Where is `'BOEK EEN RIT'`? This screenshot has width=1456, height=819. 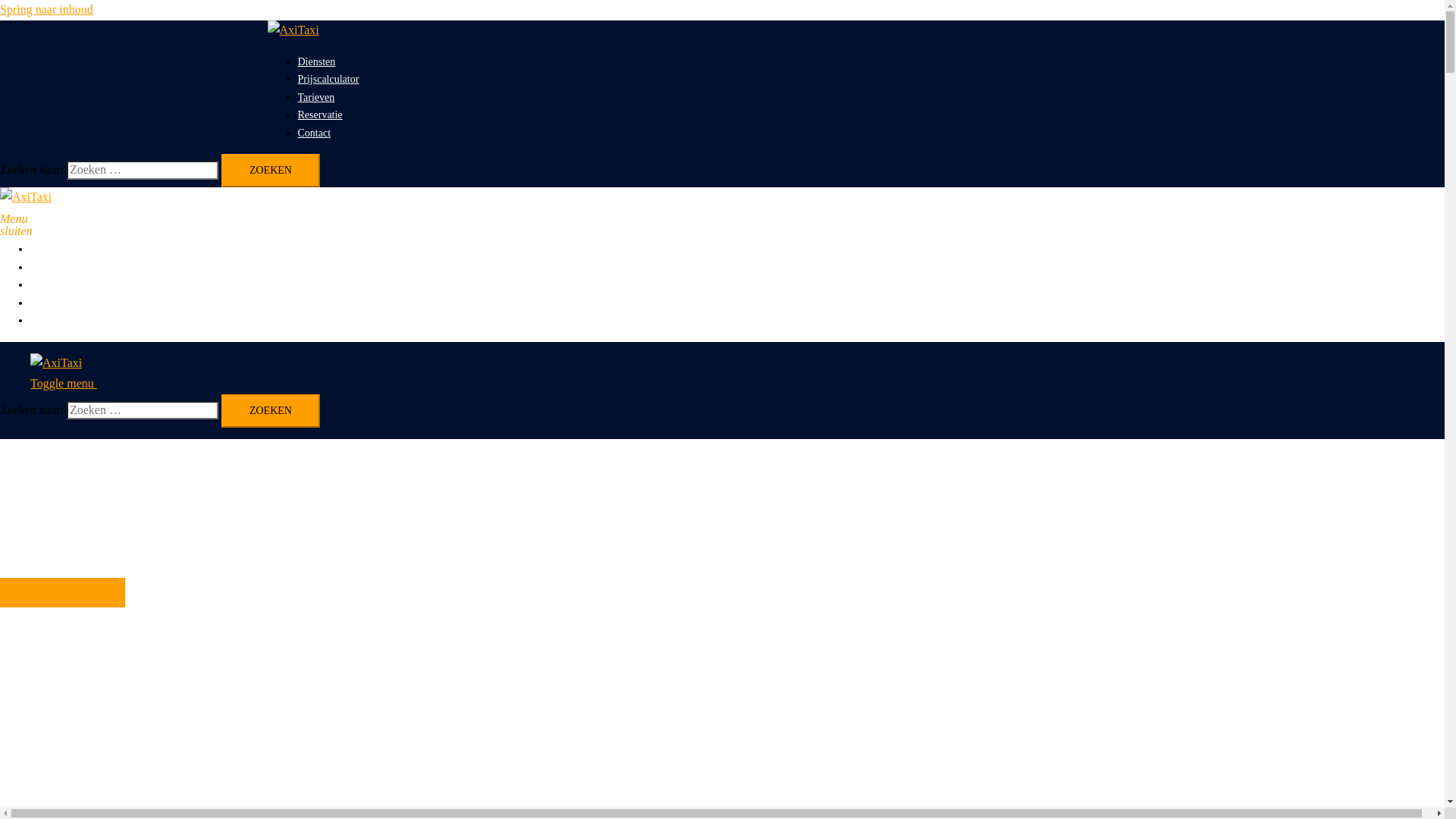 'BOEK EEN RIT' is located at coordinates (61, 591).